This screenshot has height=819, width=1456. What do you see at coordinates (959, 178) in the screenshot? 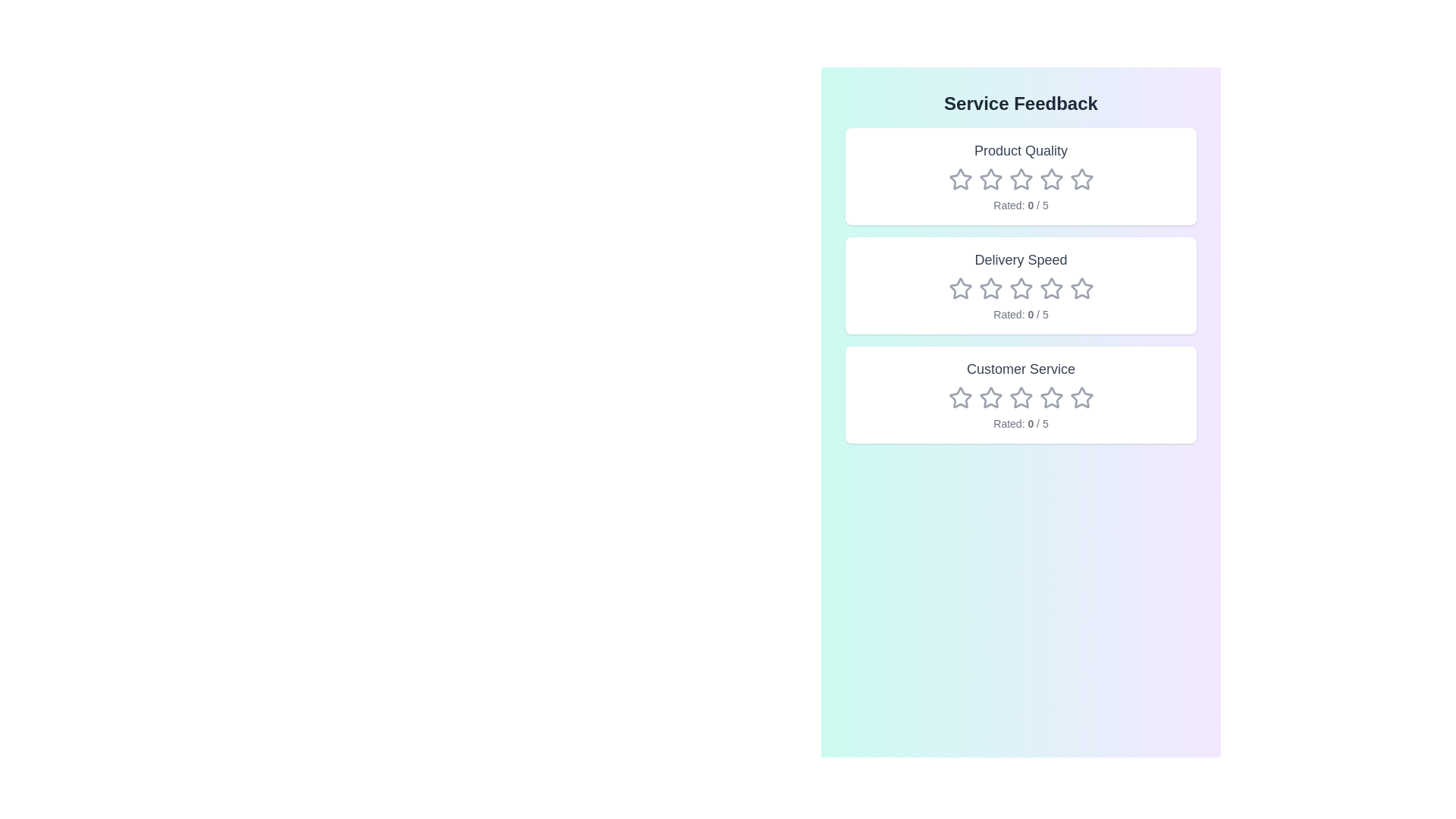
I see `the star icon for 1 stars in the 'Product Quality' section` at bounding box center [959, 178].